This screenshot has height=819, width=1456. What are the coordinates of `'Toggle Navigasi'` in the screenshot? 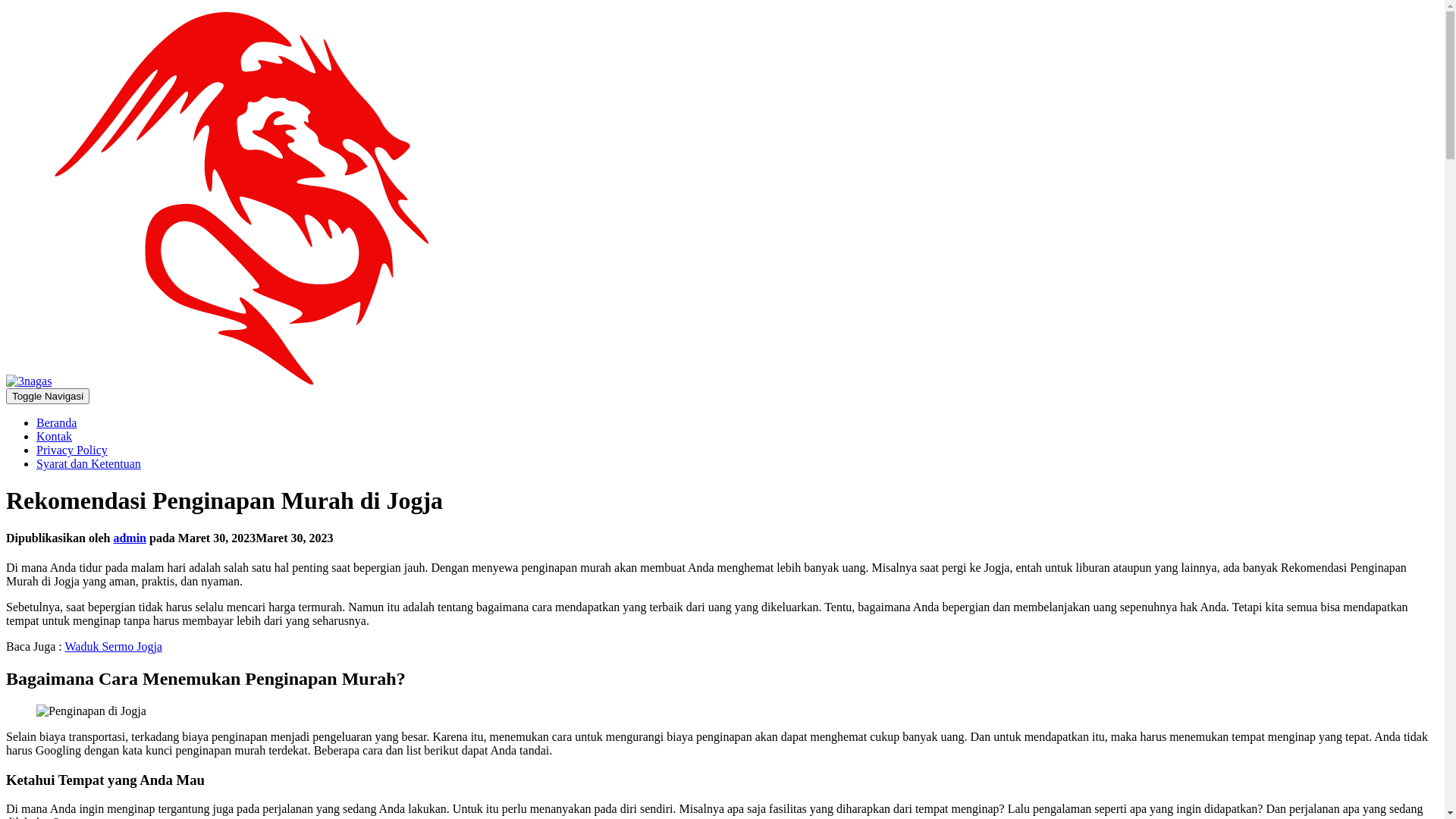 It's located at (47, 395).